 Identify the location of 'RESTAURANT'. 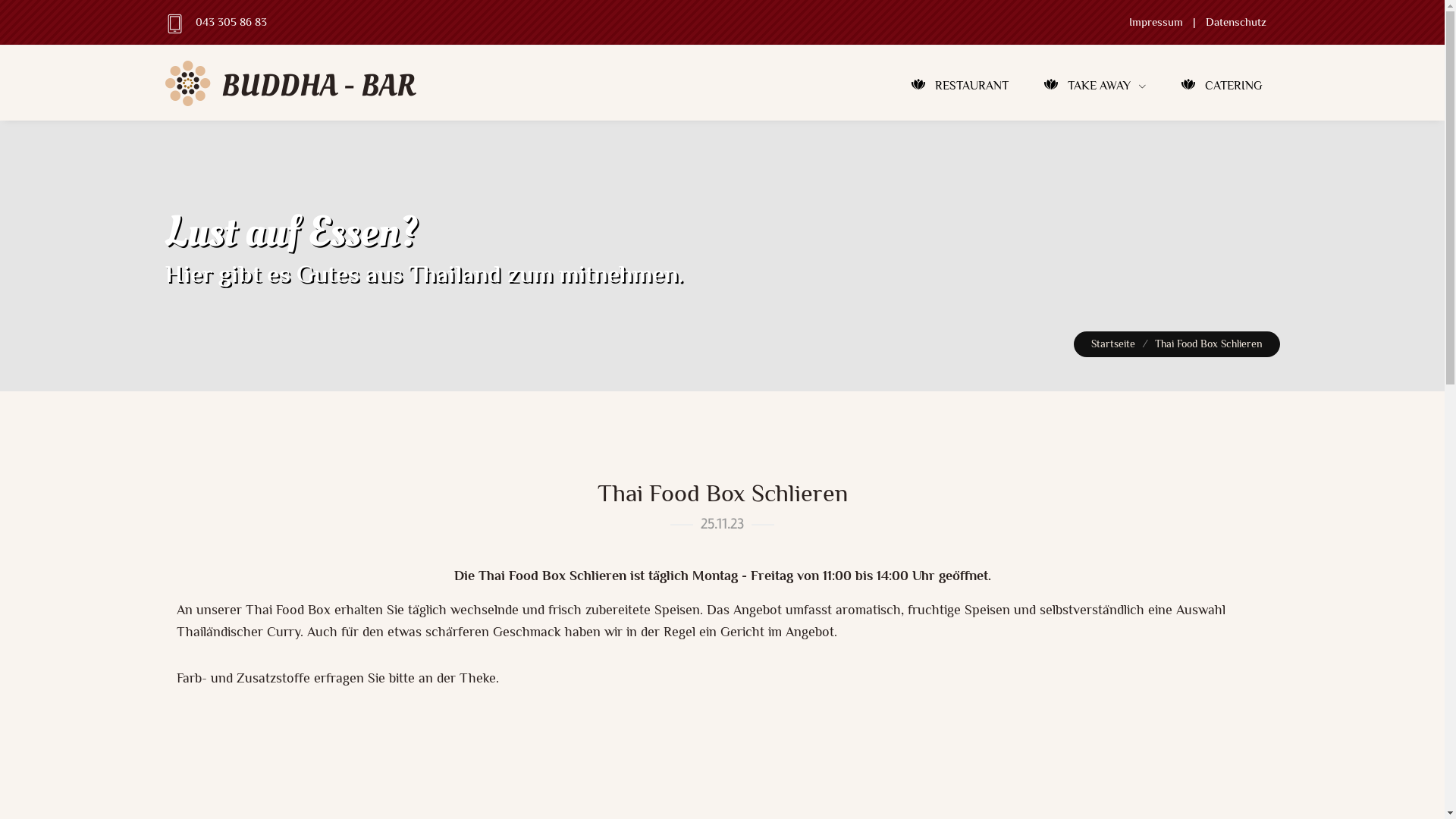
(959, 85).